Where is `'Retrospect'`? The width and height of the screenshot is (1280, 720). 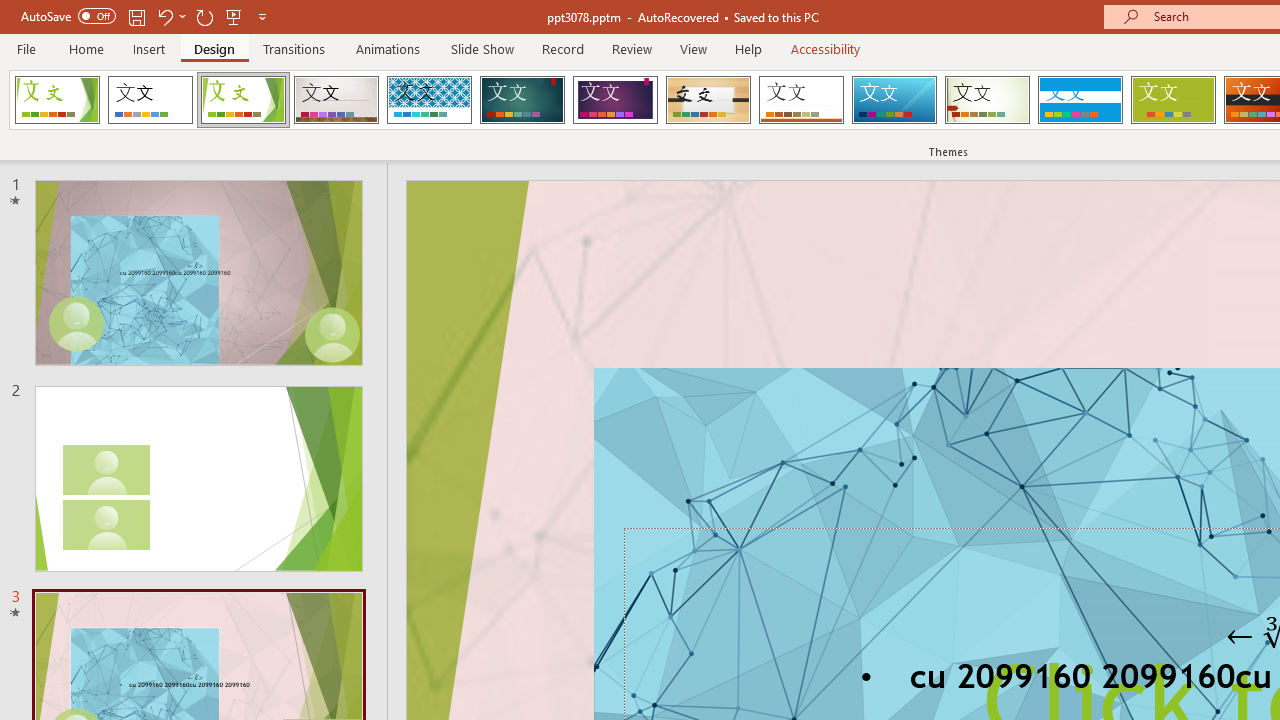
'Retrospect' is located at coordinates (801, 100).